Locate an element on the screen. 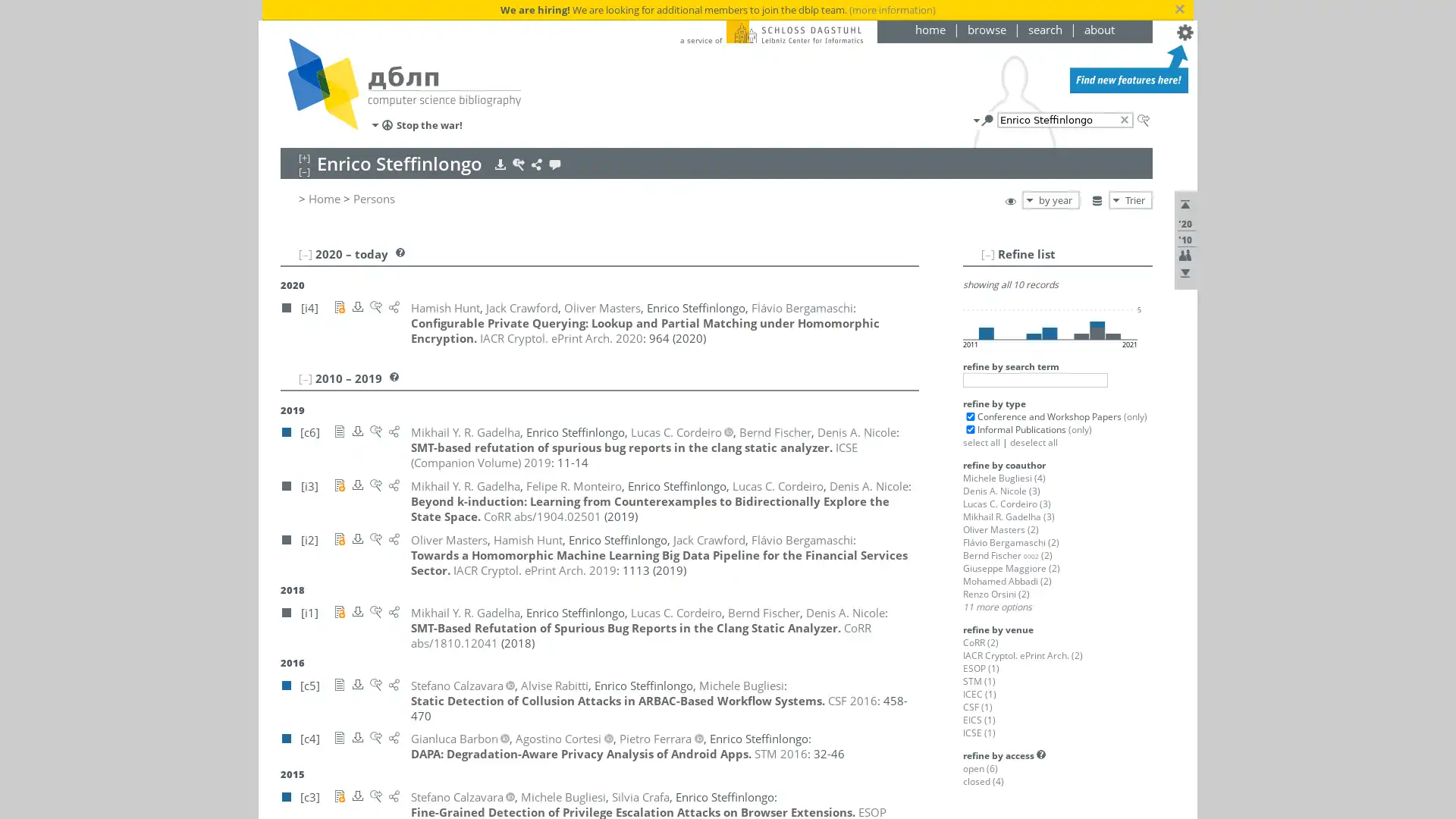  EICS (1) is located at coordinates (979, 719).